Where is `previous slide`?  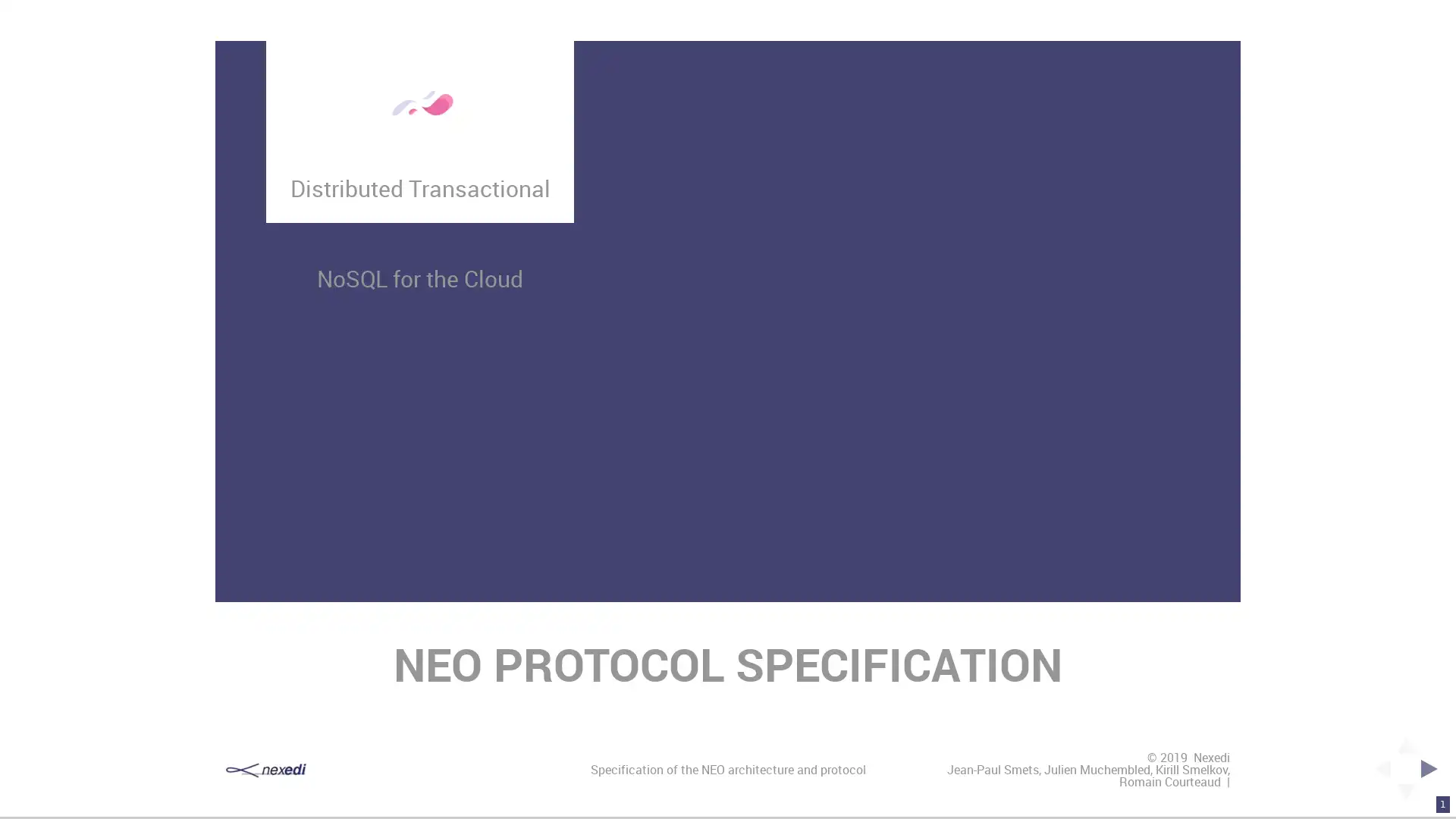
previous slide is located at coordinates (1377, 768).